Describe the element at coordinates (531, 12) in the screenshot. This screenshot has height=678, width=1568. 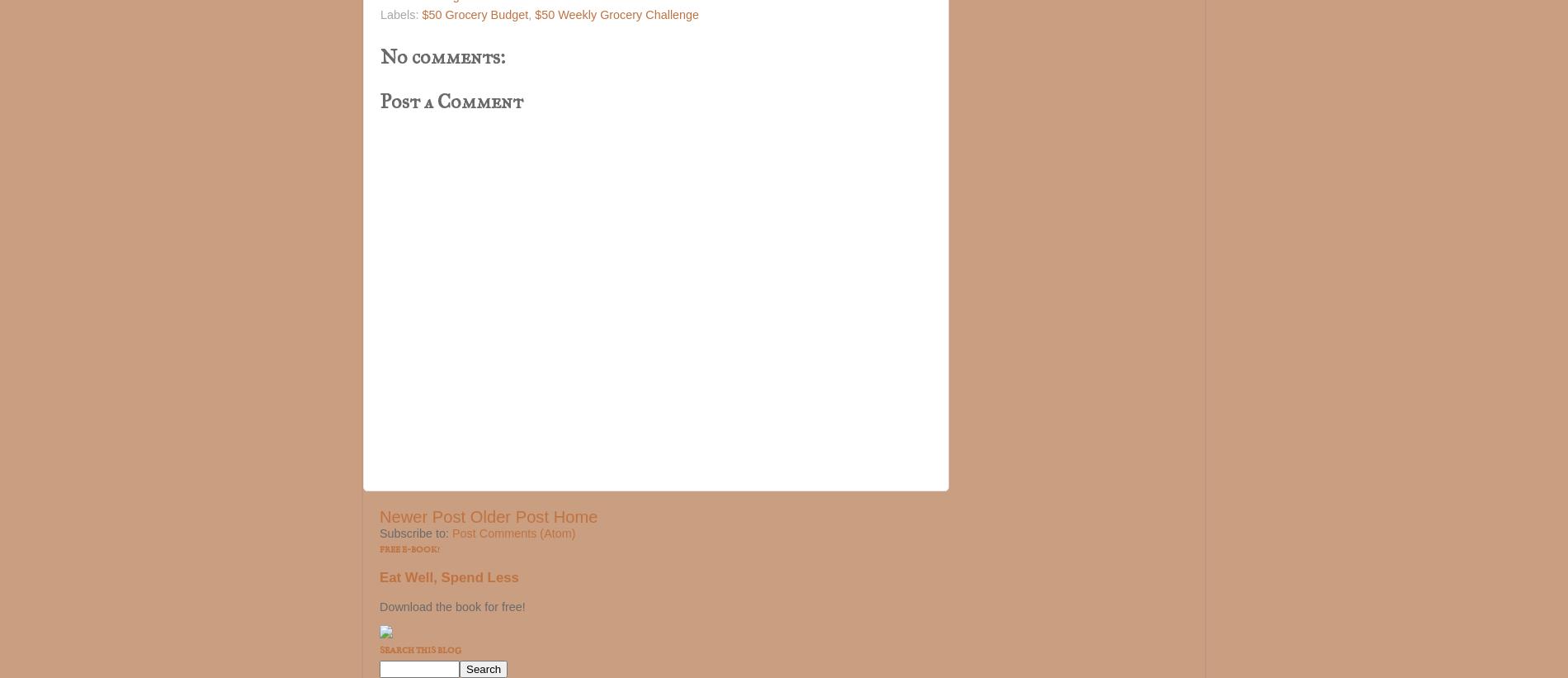
I see `','` at that location.